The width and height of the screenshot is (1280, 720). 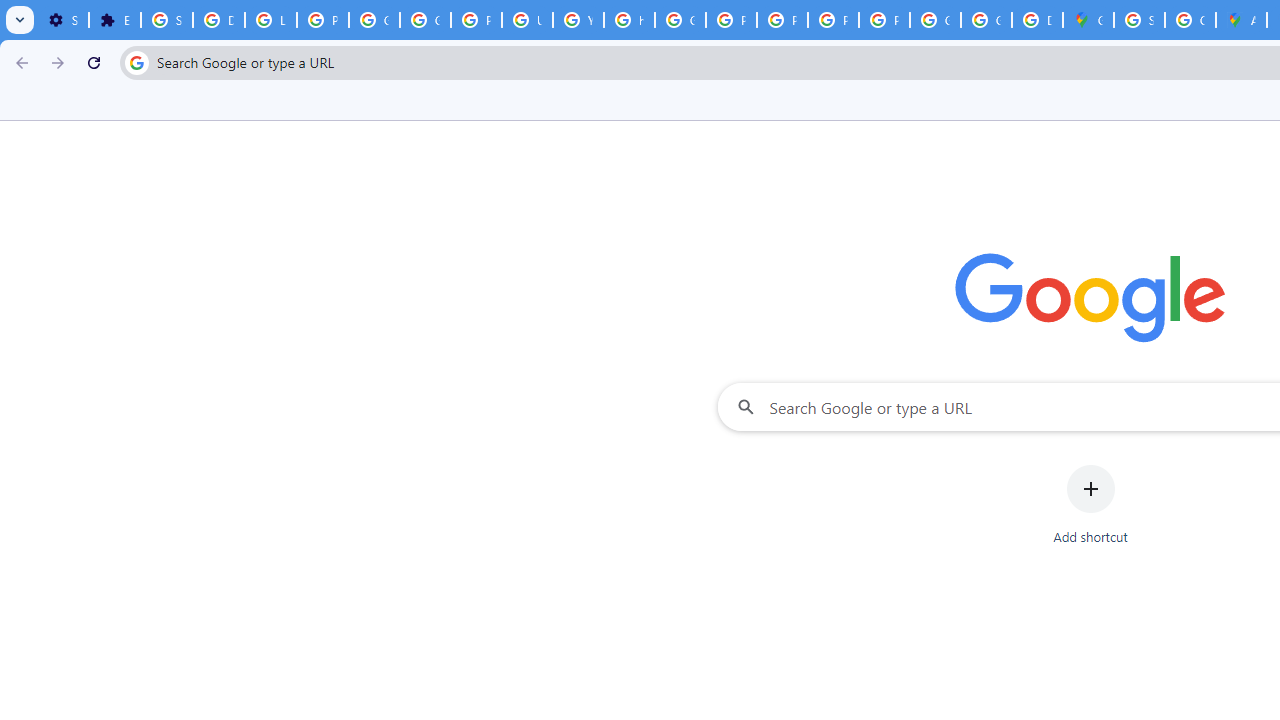 I want to click on 'Add shortcut', so click(x=1089, y=504).